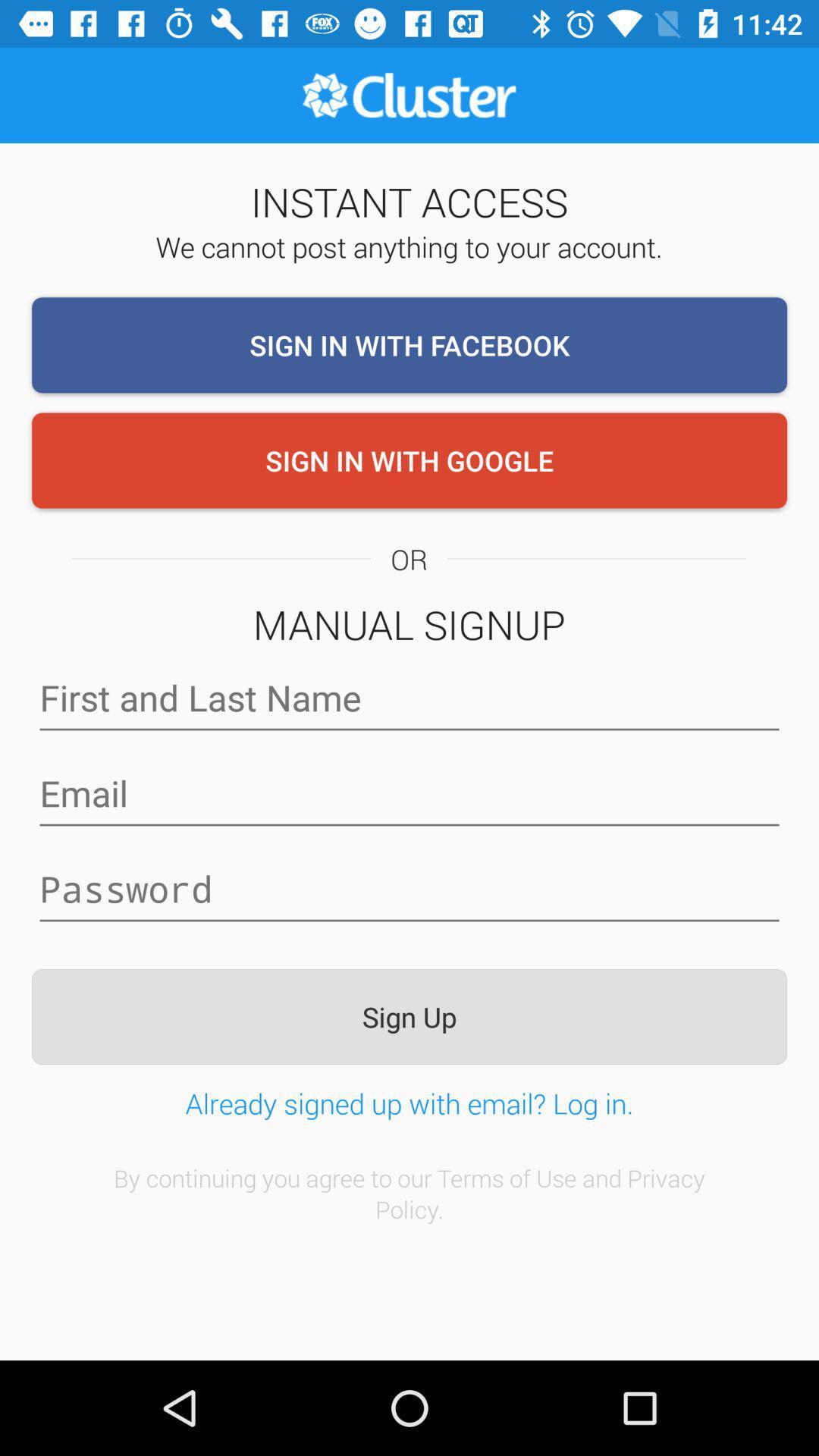  What do you see at coordinates (409, 698) in the screenshot?
I see `your full name` at bounding box center [409, 698].